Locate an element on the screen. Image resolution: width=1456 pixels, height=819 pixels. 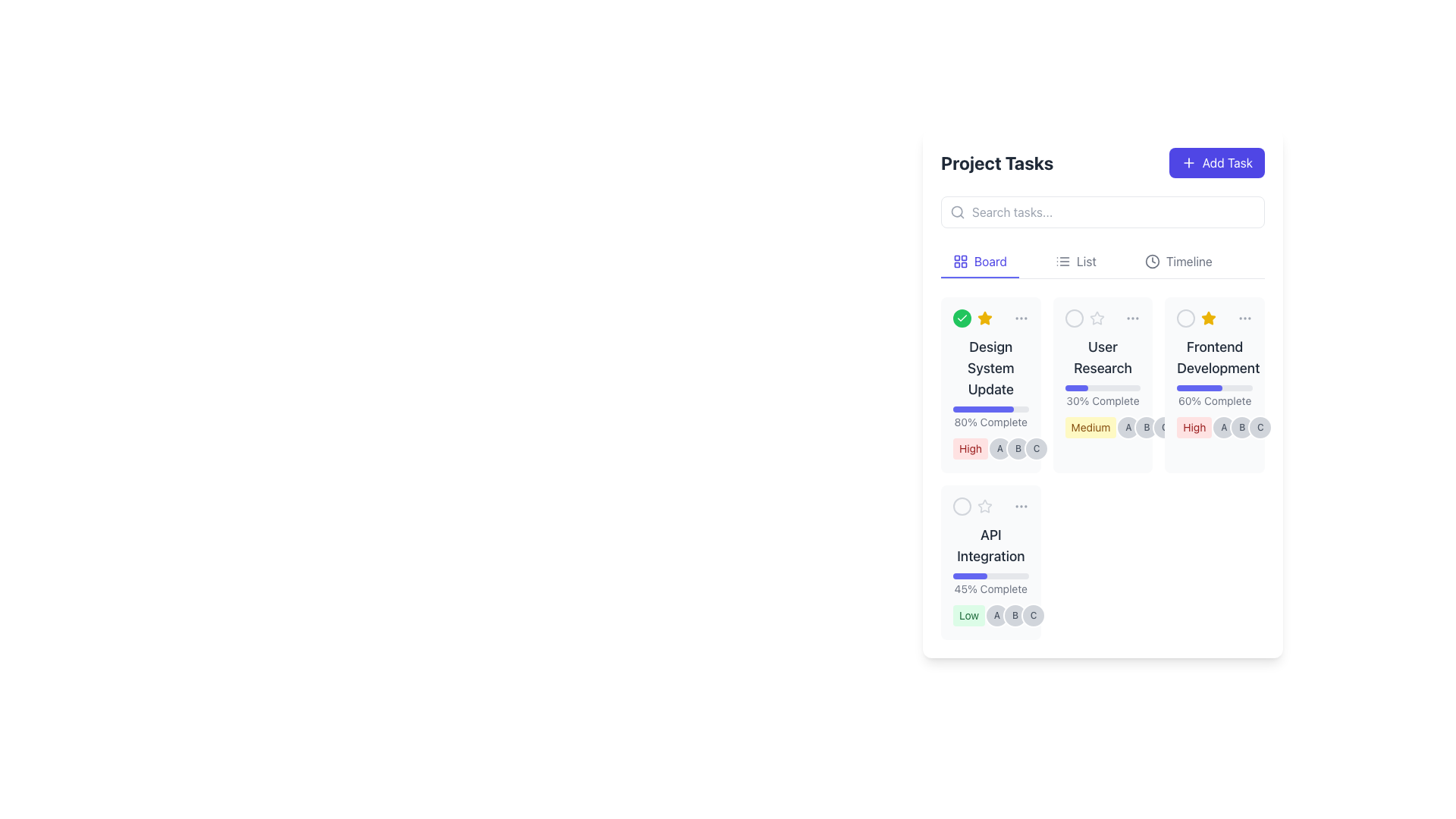
the list icon, which is characterized by three horizontal lines and is located to the left of the text 'List' in the sidebar menu is located at coordinates (1062, 260).